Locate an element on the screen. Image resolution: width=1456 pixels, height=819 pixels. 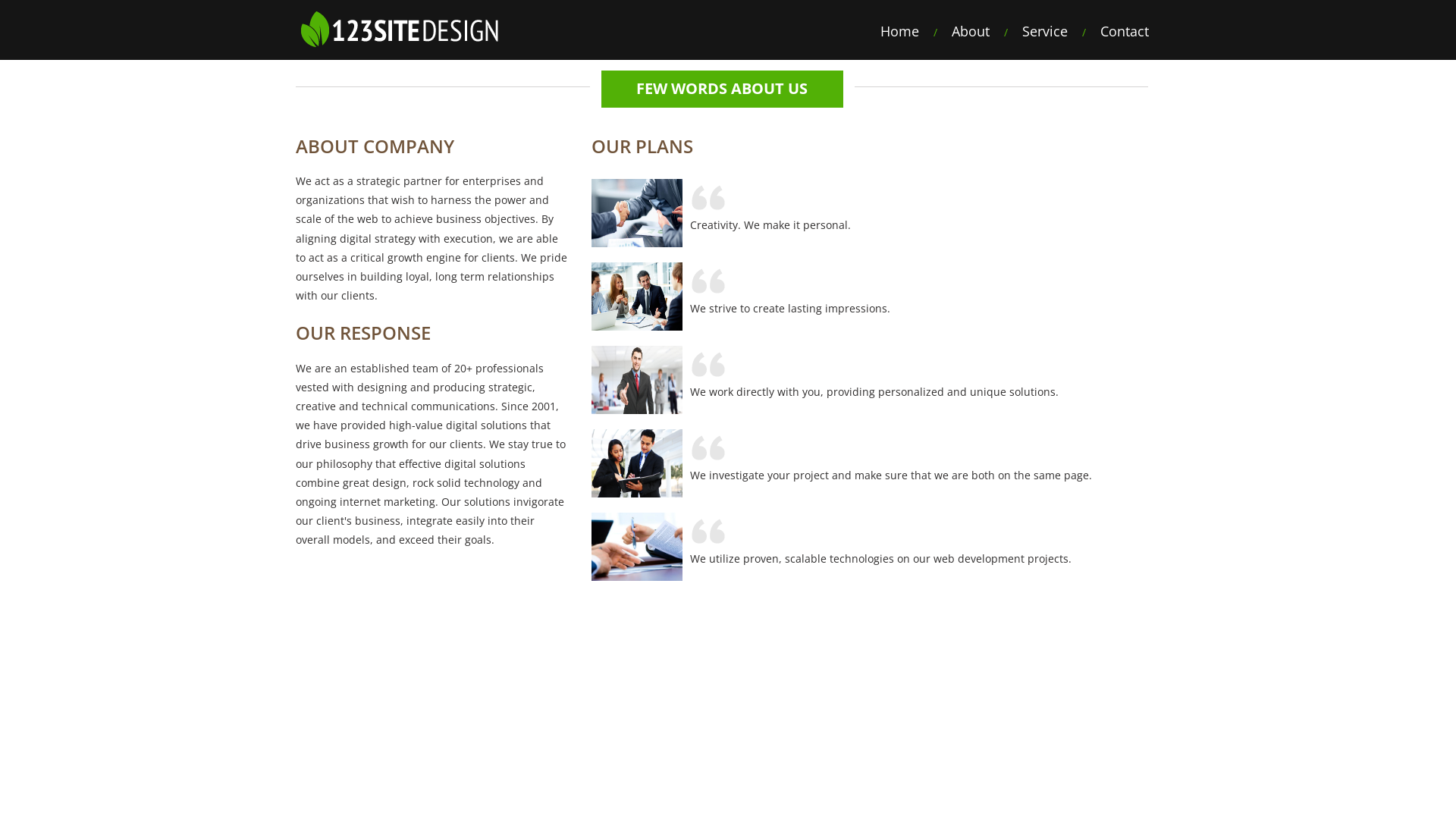
'Home' is located at coordinates (899, 32).